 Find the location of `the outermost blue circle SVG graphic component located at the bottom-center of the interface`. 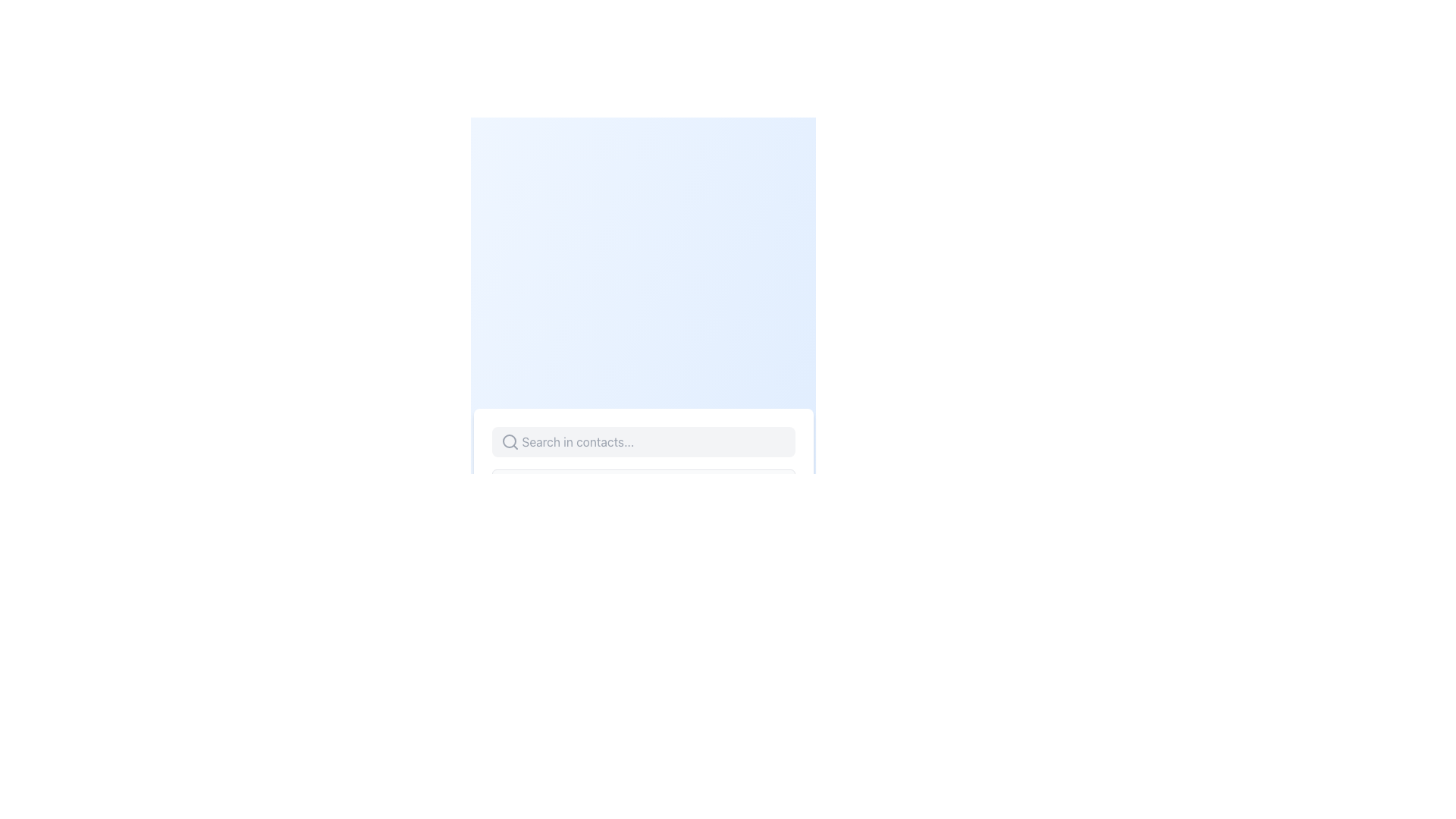

the outermost blue circle SVG graphic component located at the bottom-center of the interface is located at coordinates (516, 548).